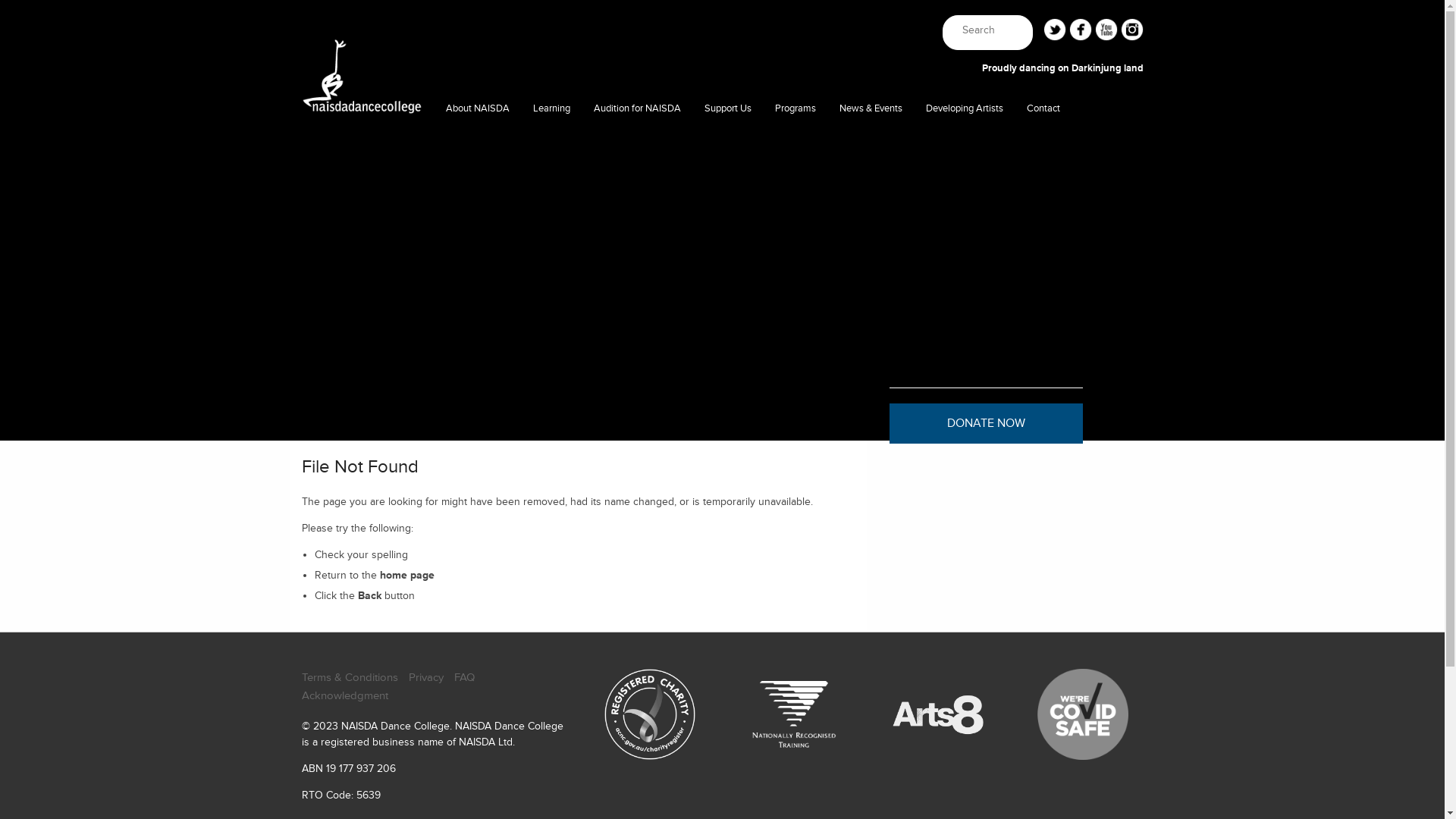 The image size is (1456, 819). What do you see at coordinates (795, 140) in the screenshot?
I see `'Productions'` at bounding box center [795, 140].